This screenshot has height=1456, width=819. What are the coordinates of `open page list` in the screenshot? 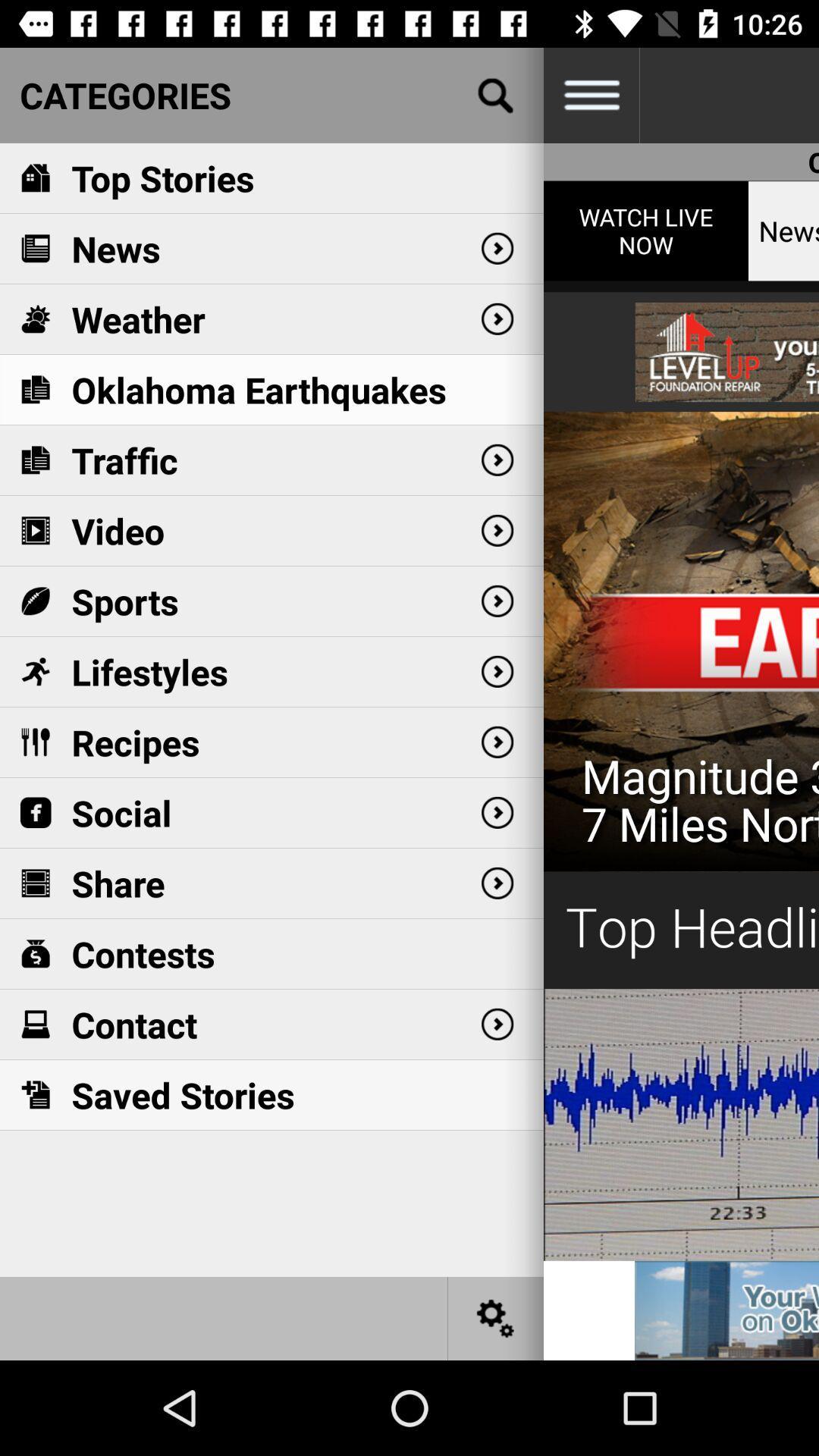 It's located at (590, 94).